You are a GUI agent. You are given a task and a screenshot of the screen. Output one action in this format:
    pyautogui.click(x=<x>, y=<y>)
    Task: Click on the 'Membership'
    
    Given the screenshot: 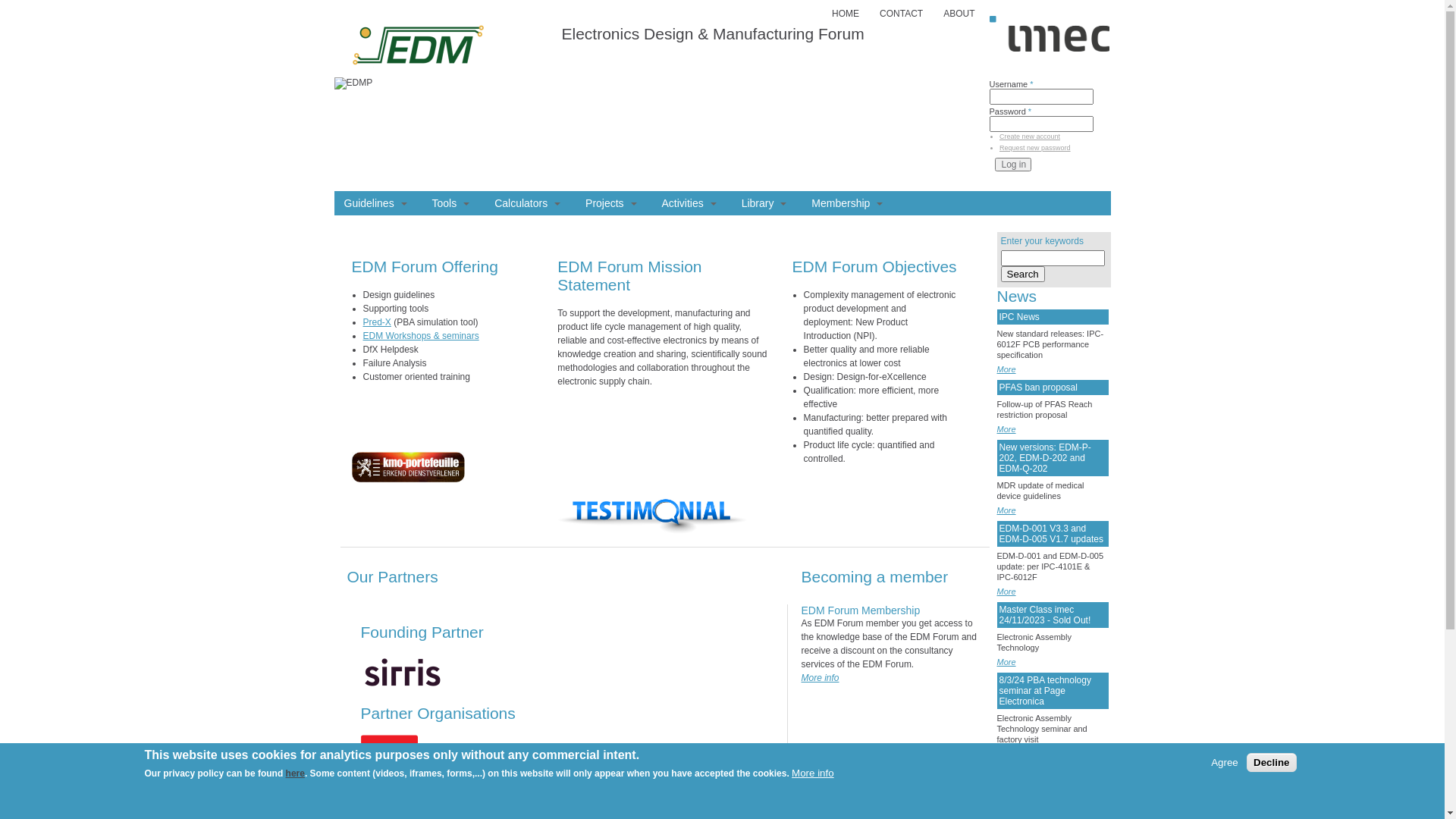 What is the action you would take?
    pyautogui.click(x=846, y=202)
    